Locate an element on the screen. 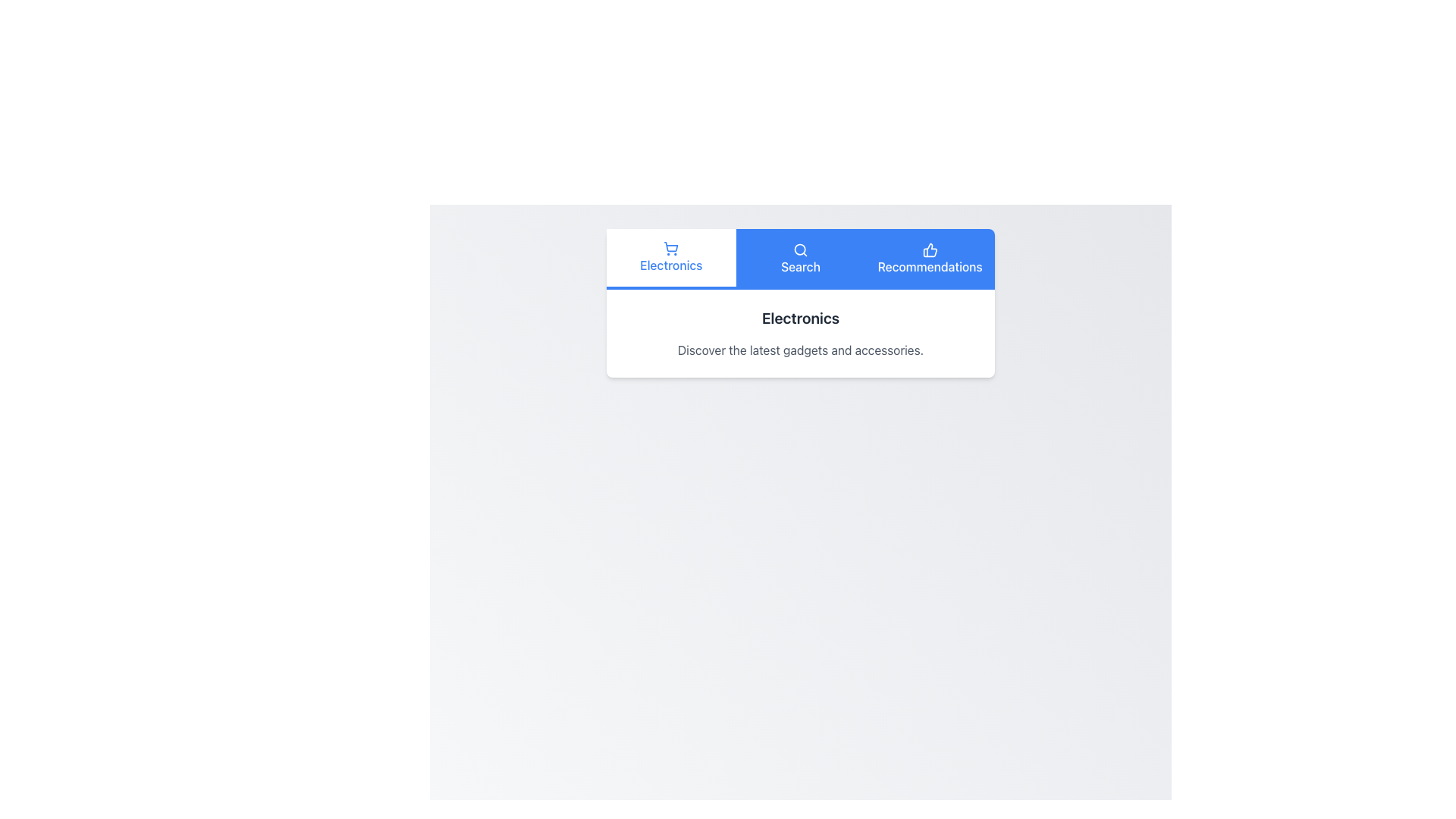  the shopping cart icon located in the navigation bar above the 'Electronics' section is located at coordinates (670, 247).